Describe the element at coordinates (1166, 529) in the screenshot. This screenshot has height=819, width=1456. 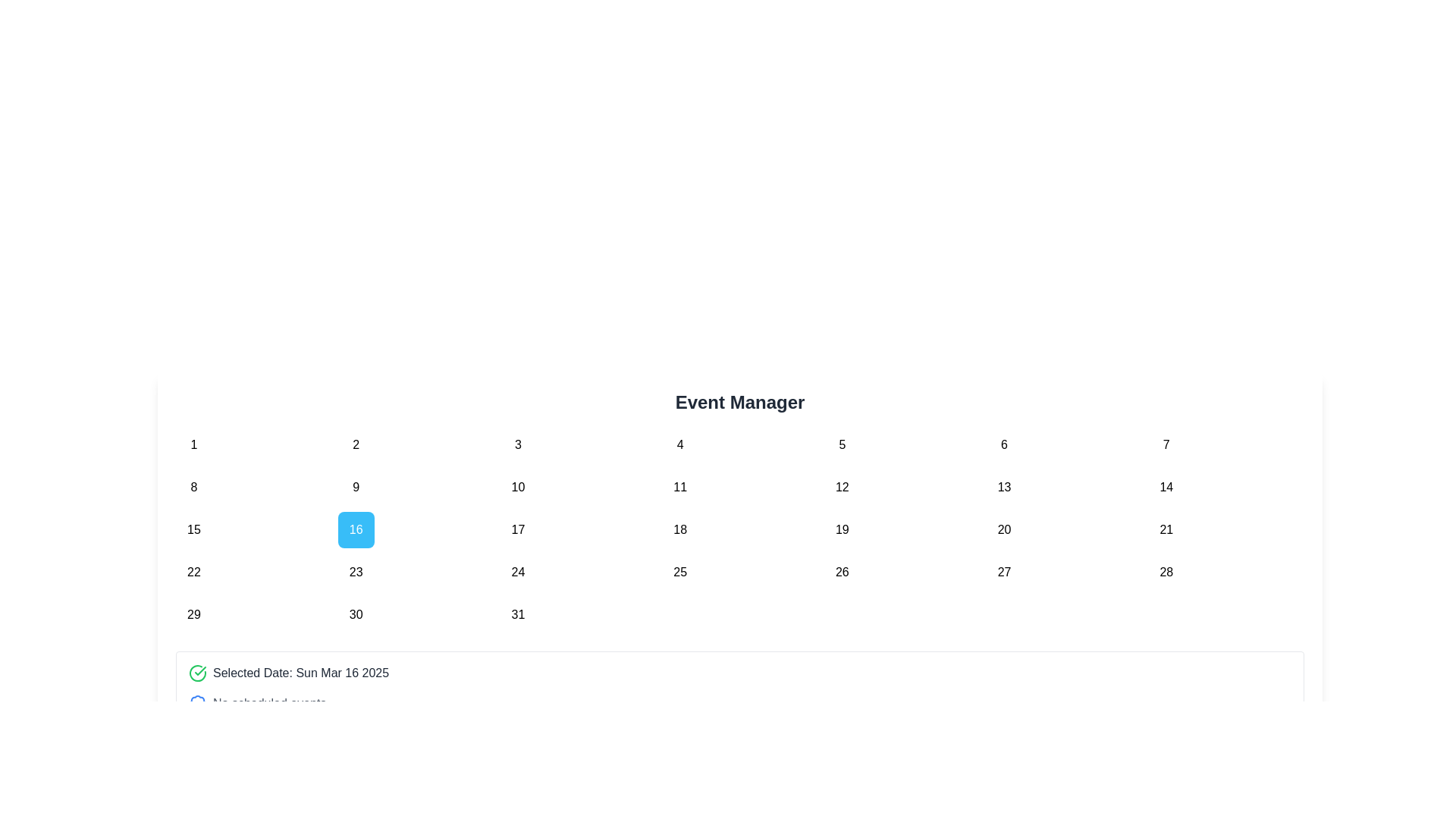
I see `the selectable day button in the calendar interface located in the last column of the third row, below the 'Event Manager' title` at that location.